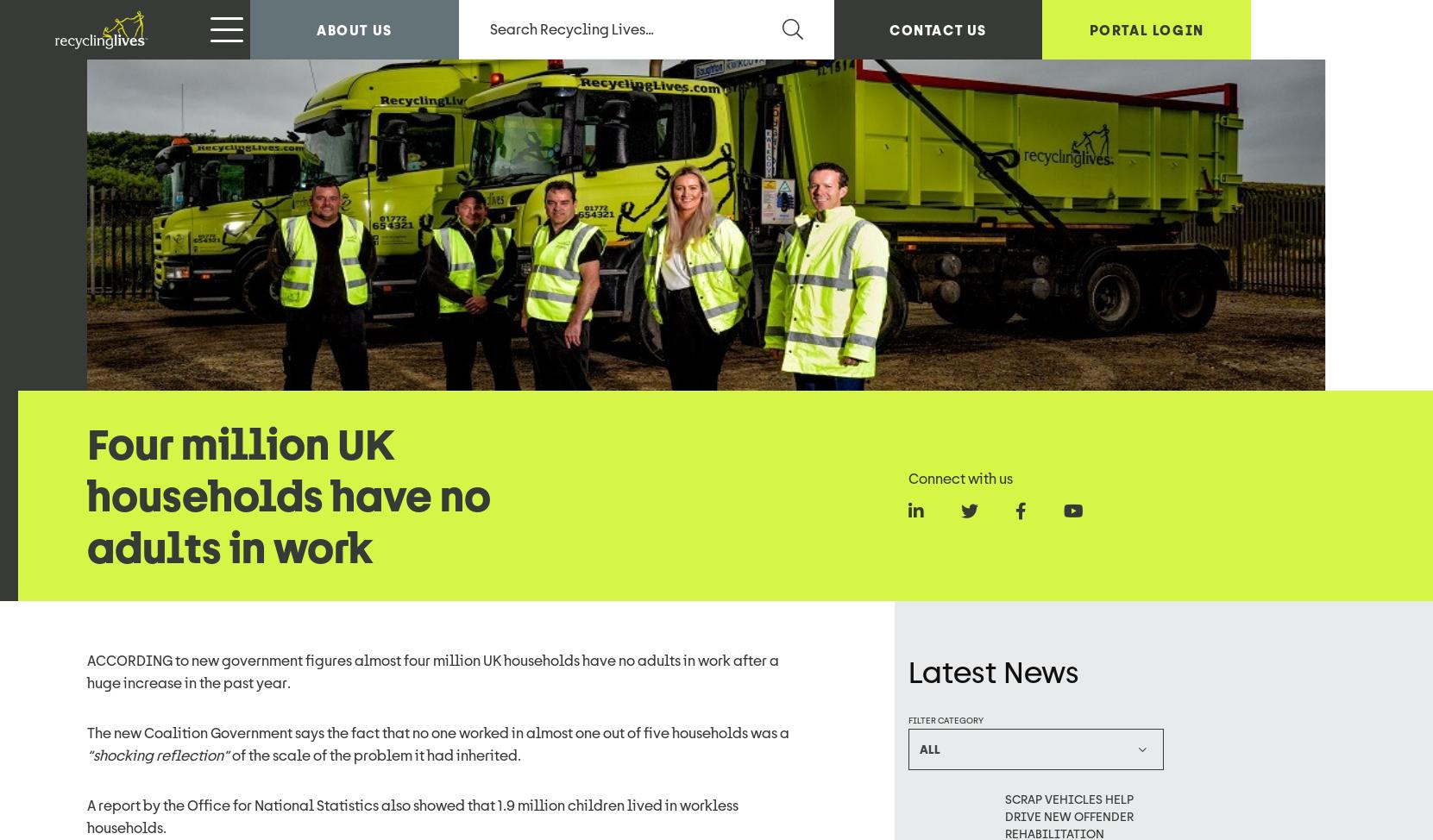 Image resolution: width=1433 pixels, height=840 pixels. Describe the element at coordinates (1081, 406) in the screenshot. I see `'Recycling Lives brings acclaimed prisons programme to Scotland'` at that location.